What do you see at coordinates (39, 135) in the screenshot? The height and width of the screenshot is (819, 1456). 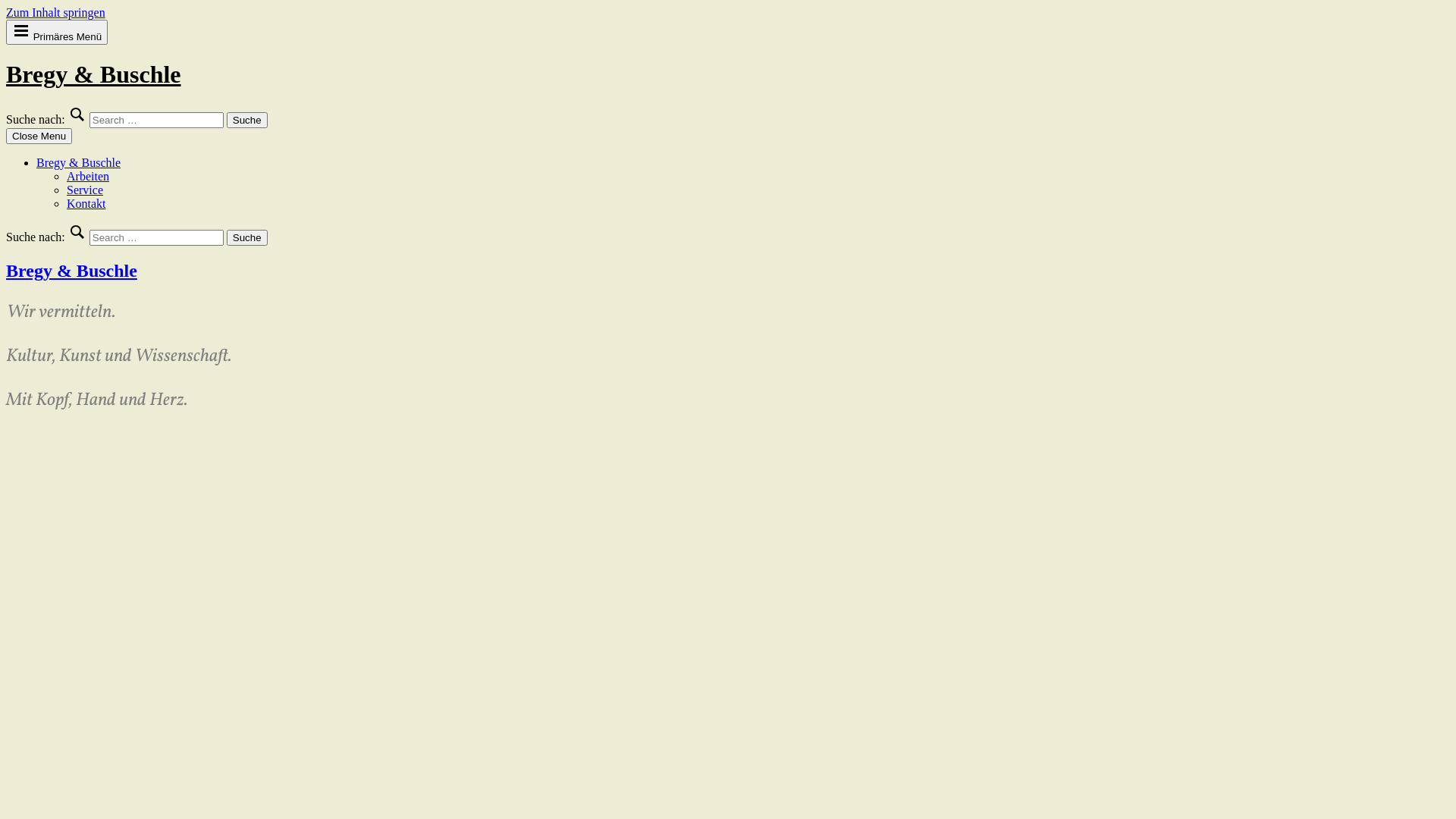 I see `'Close Menu'` at bounding box center [39, 135].